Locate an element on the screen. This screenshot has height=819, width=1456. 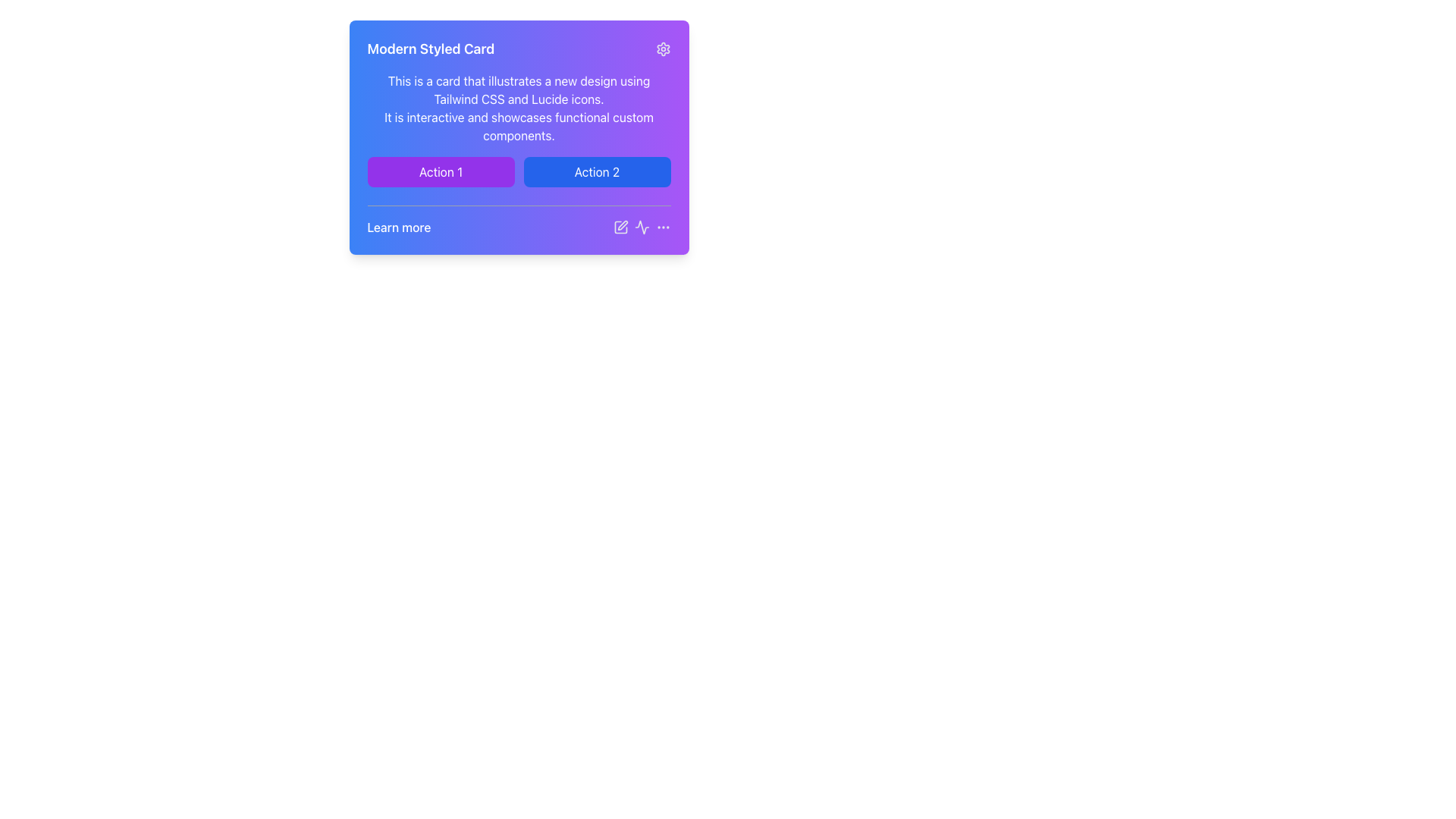
the Static Text Label that serves as the title or headline for the card, located at the upper section of the card component and aligned to the left is located at coordinates (430, 49).